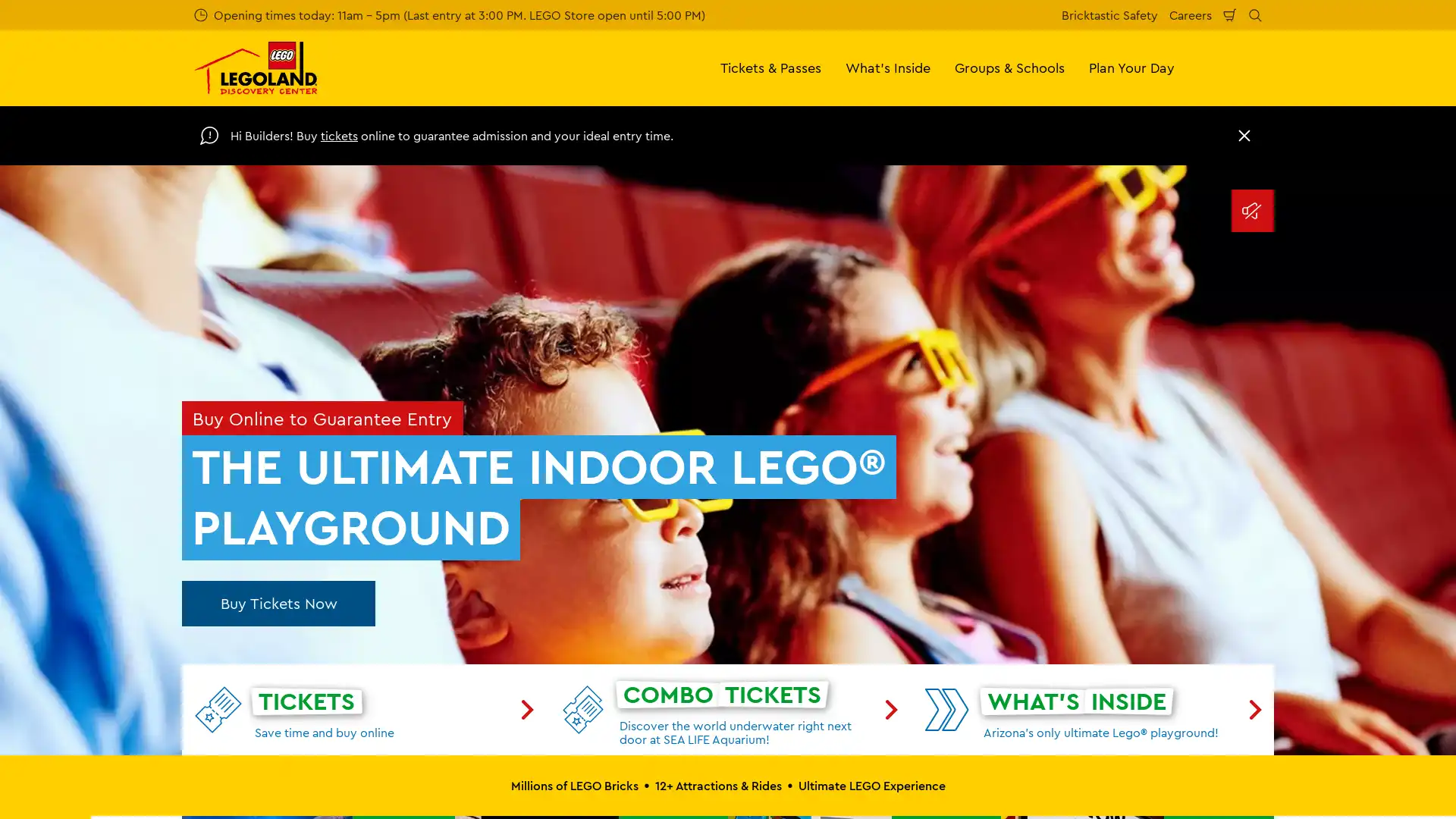 This screenshot has height=819, width=1456. I want to click on Shopping Cart, so click(1230, 14).